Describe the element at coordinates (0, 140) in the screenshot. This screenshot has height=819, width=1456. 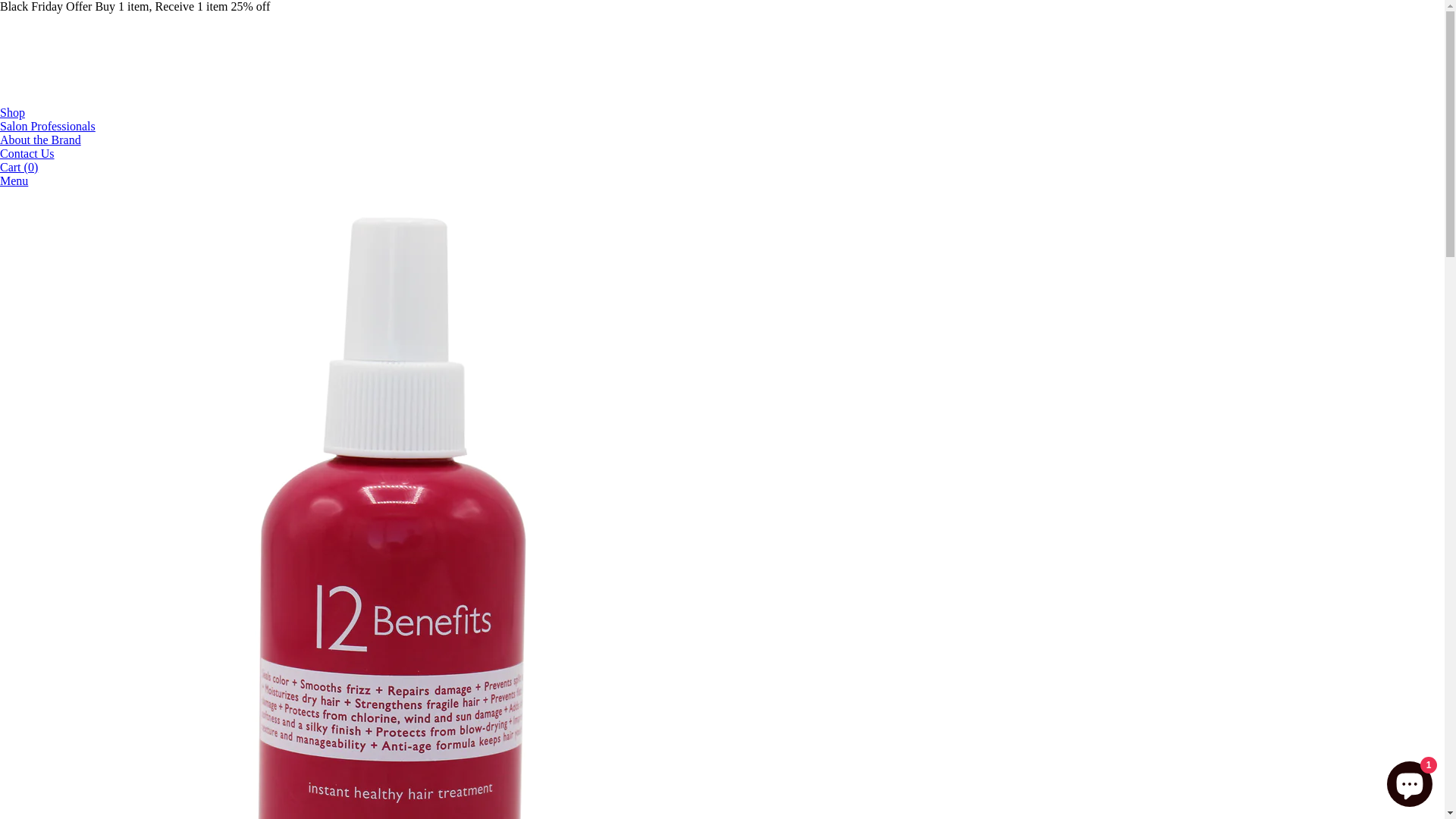
I see `'About the Brand'` at that location.